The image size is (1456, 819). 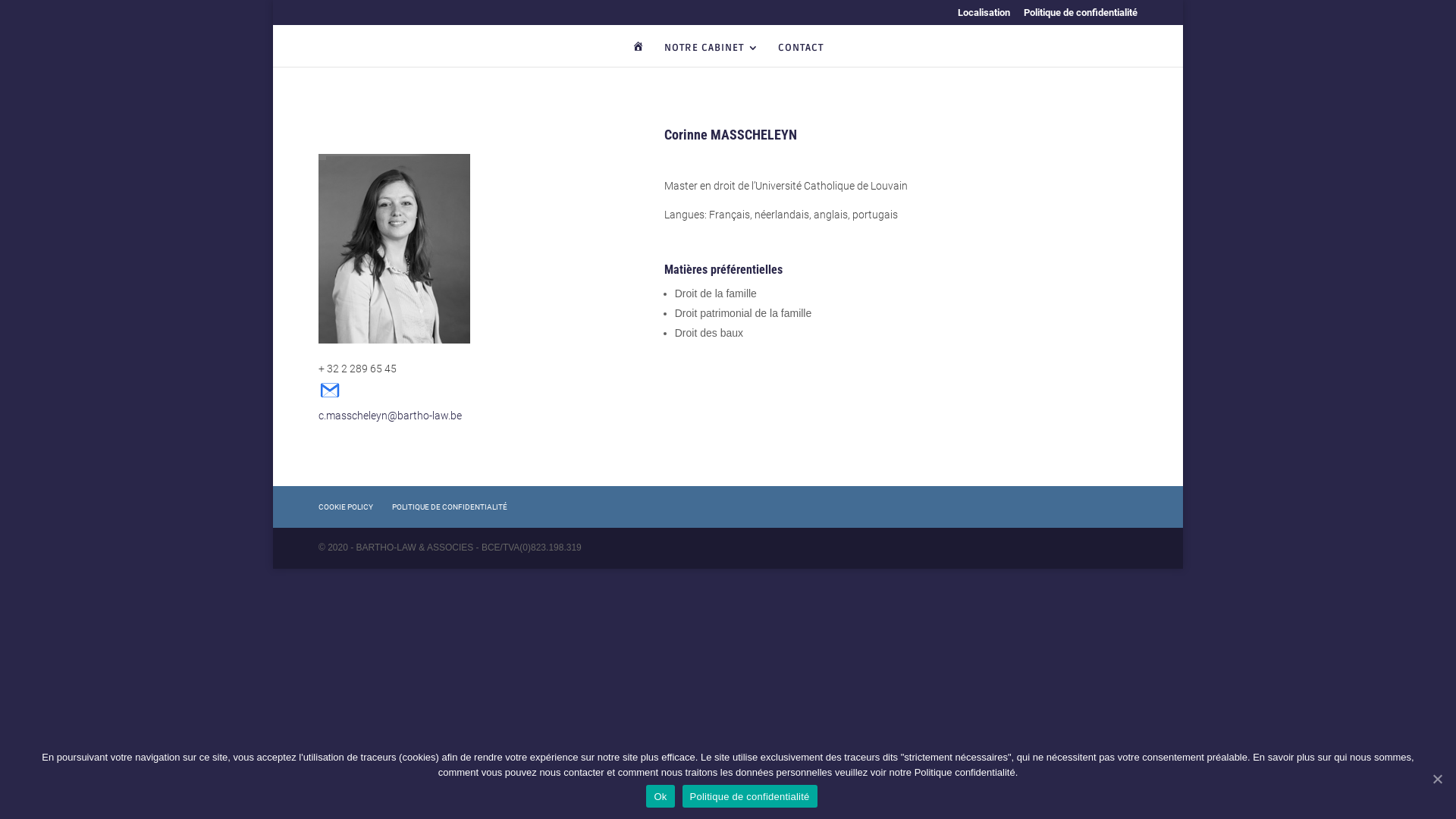 I want to click on 'c.masscheleyn@bartho-law.be', so click(x=390, y=406).